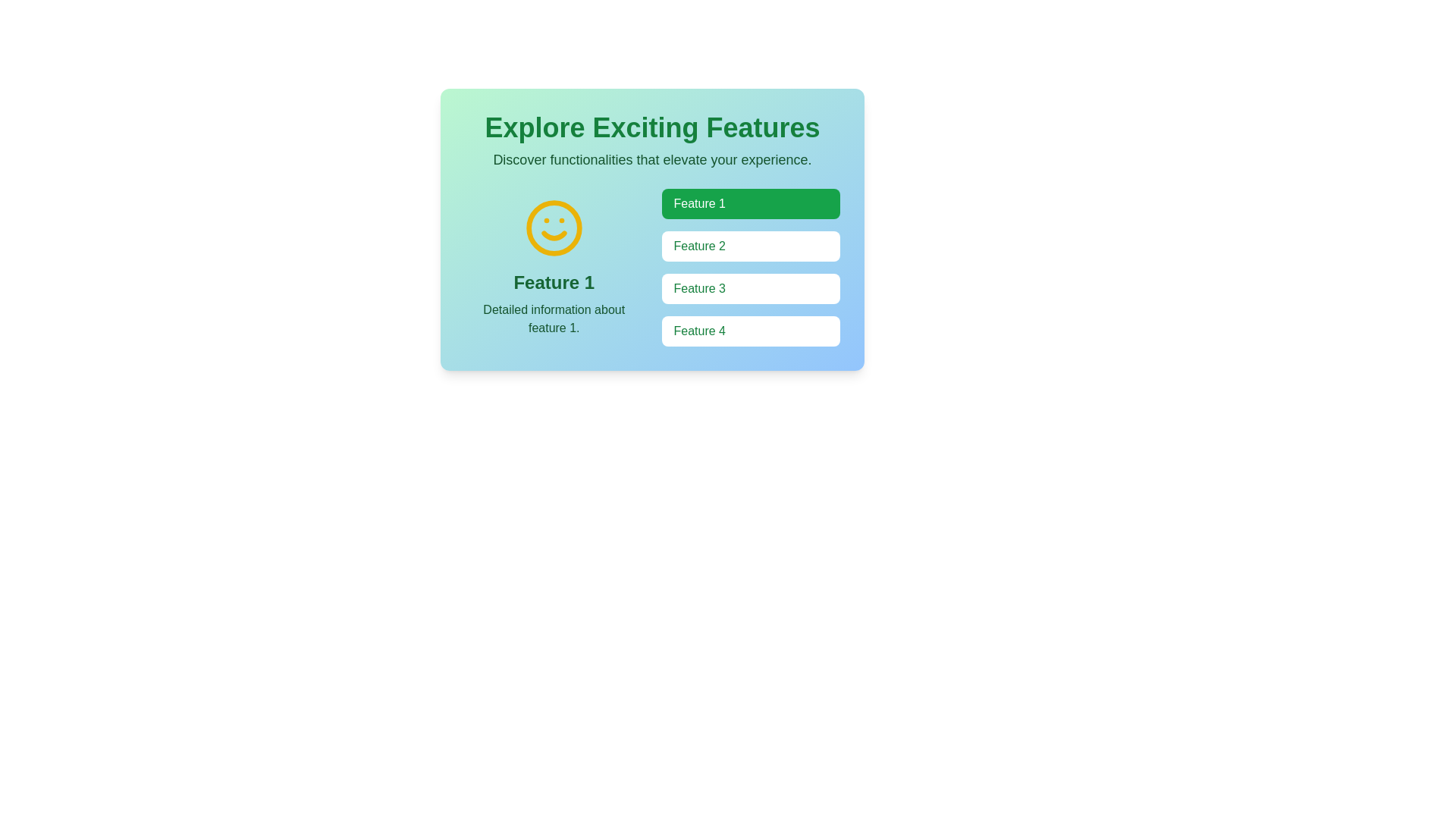  Describe the element at coordinates (652, 127) in the screenshot. I see `the large, bold text label displaying 'Explore Exciting Features' in green color, located prominently at the top of the card-like interface` at that location.